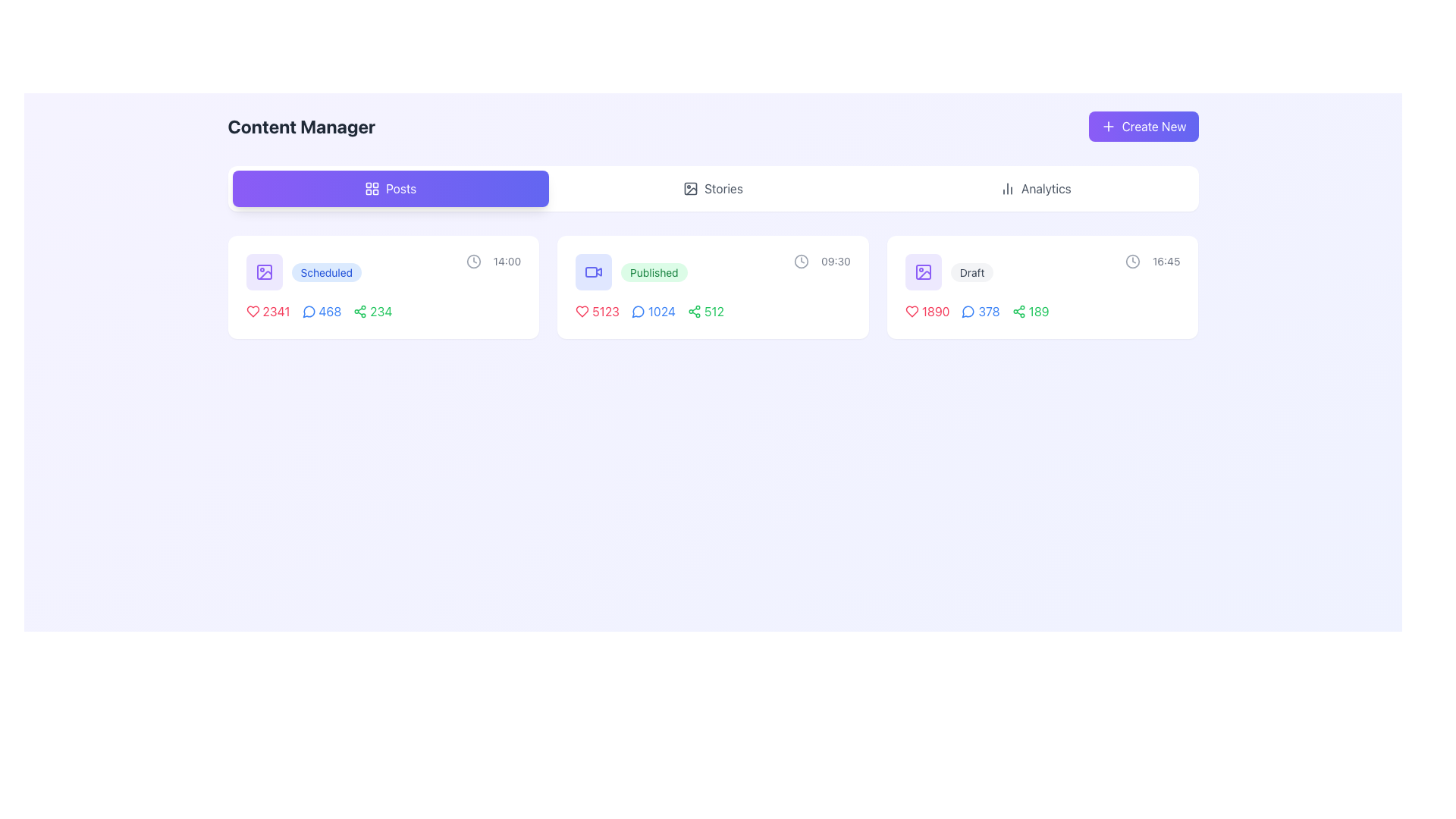  Describe the element at coordinates (301, 125) in the screenshot. I see `the heading text labeled 'Content Manager' located in the top-left section of the header, which indicates the current section of the interface` at that location.